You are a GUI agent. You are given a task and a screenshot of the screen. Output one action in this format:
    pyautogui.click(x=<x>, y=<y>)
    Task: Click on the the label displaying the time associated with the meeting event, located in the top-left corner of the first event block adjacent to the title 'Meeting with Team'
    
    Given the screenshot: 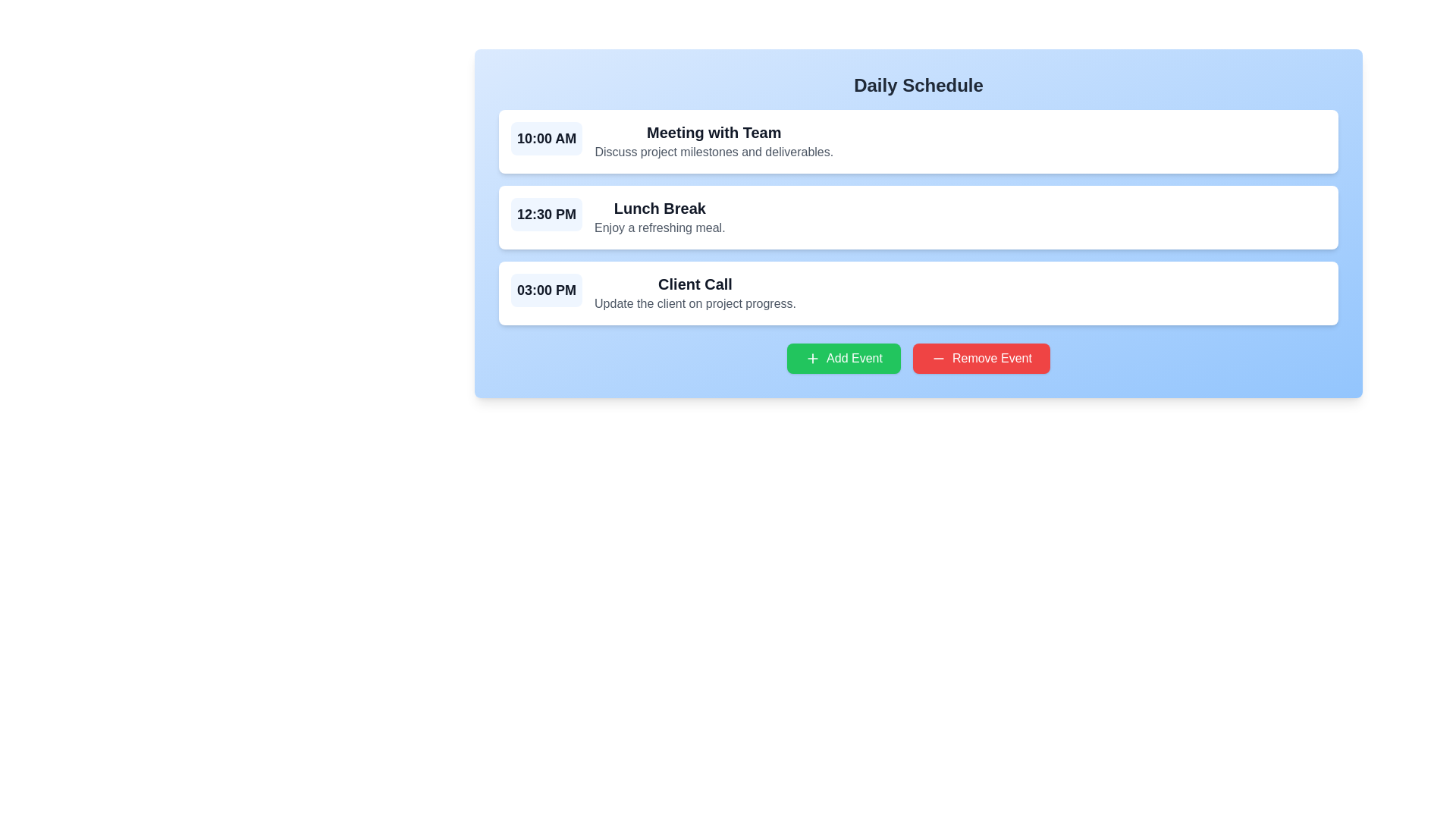 What is the action you would take?
    pyautogui.click(x=546, y=138)
    